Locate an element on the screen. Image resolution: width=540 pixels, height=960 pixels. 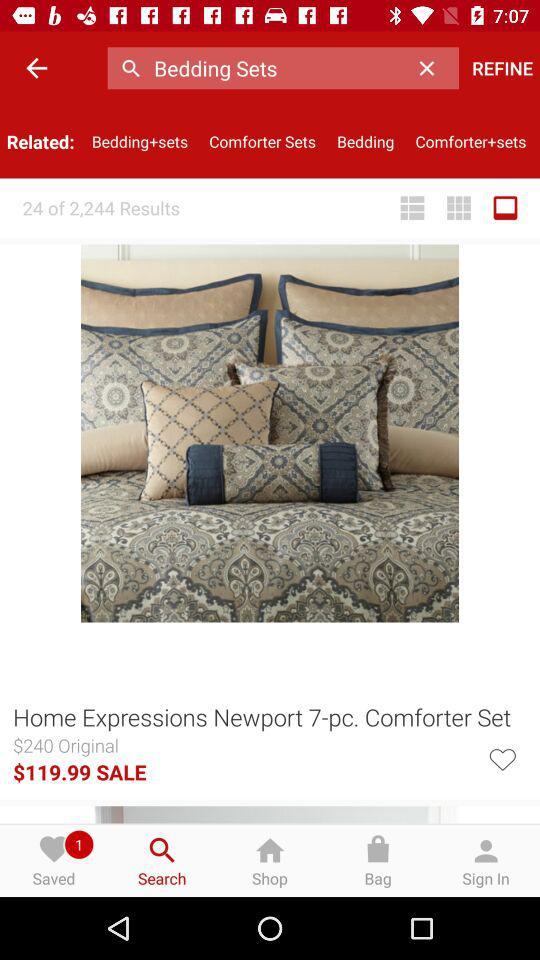
the item next to the refine item is located at coordinates (431, 68).